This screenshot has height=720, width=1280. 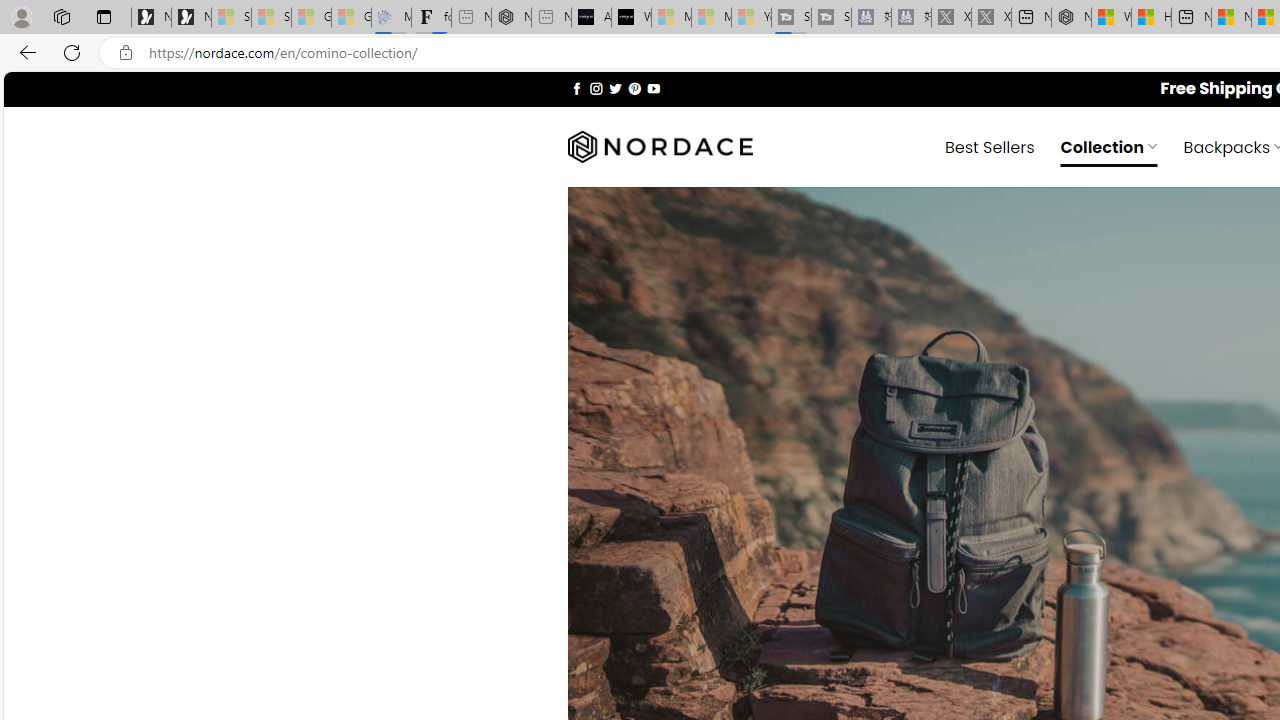 I want to click on 'Microsoft Start - Sleeping', so click(x=711, y=17).